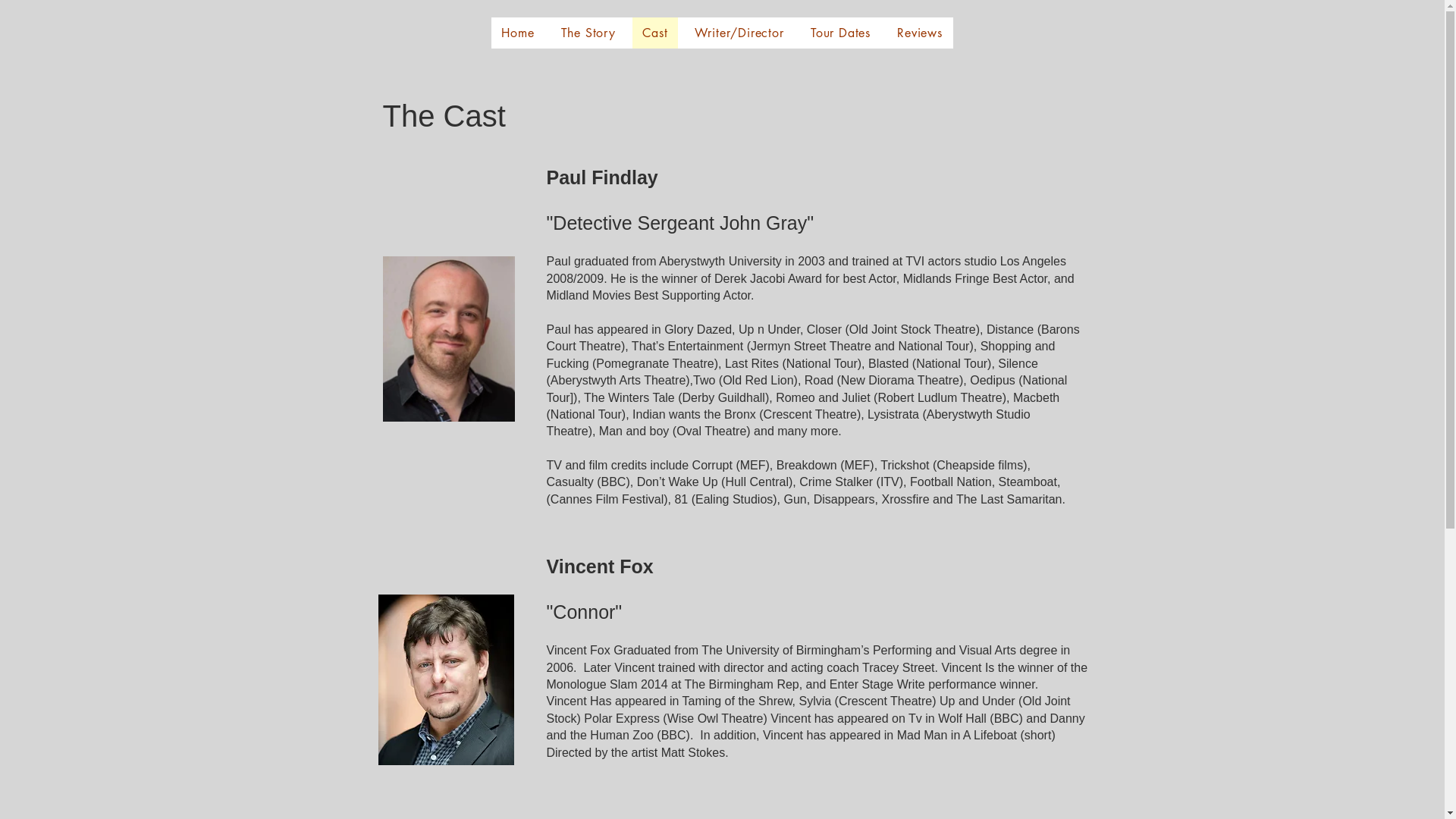 The width and height of the screenshot is (1456, 819). What do you see at coordinates (683, 33) in the screenshot?
I see `'Writer/Director'` at bounding box center [683, 33].